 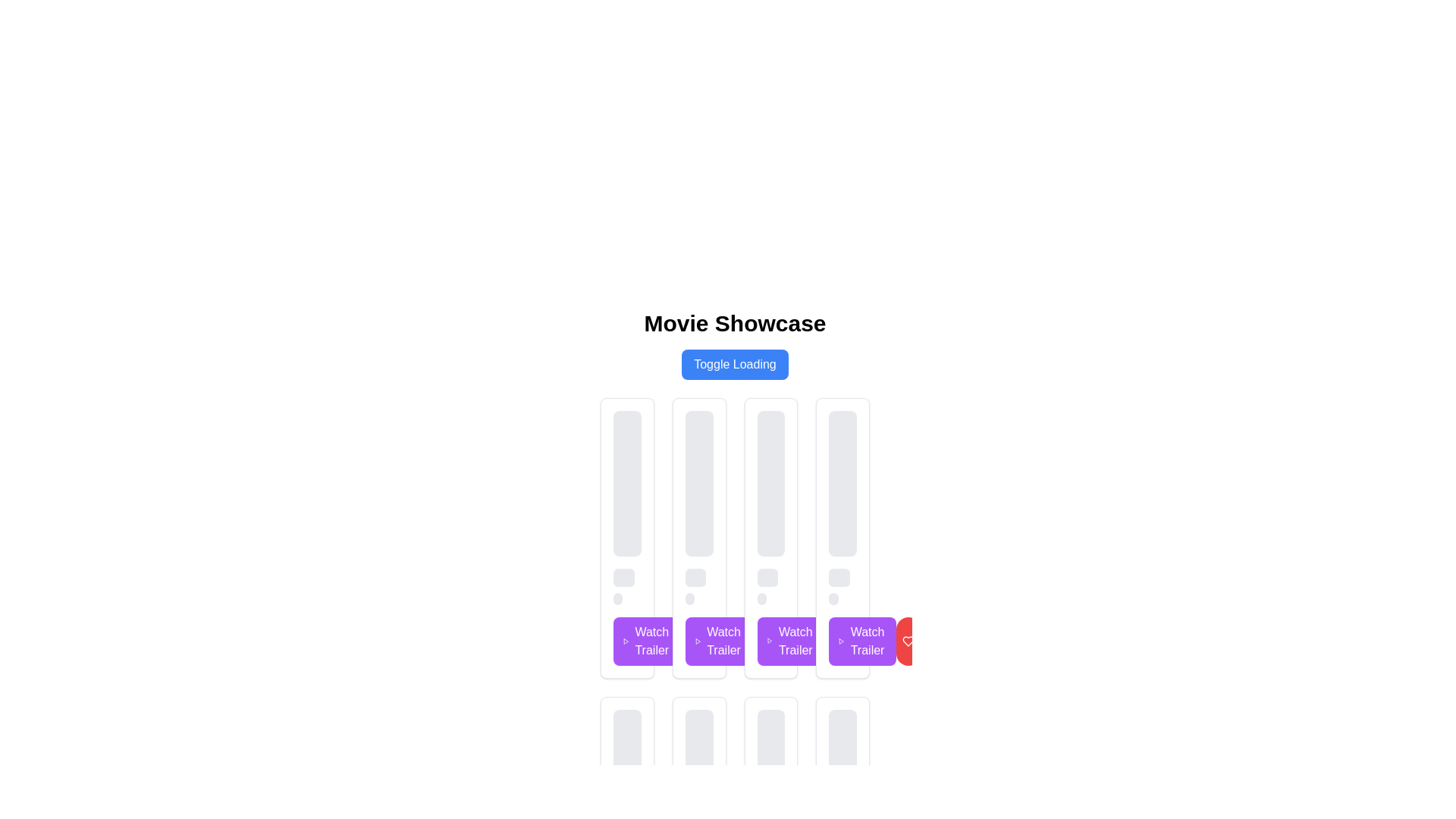 I want to click on the blue rectangular button labeled 'Toggle Loading' that is centered below the heading 'Movie Showcase', so click(x=735, y=365).